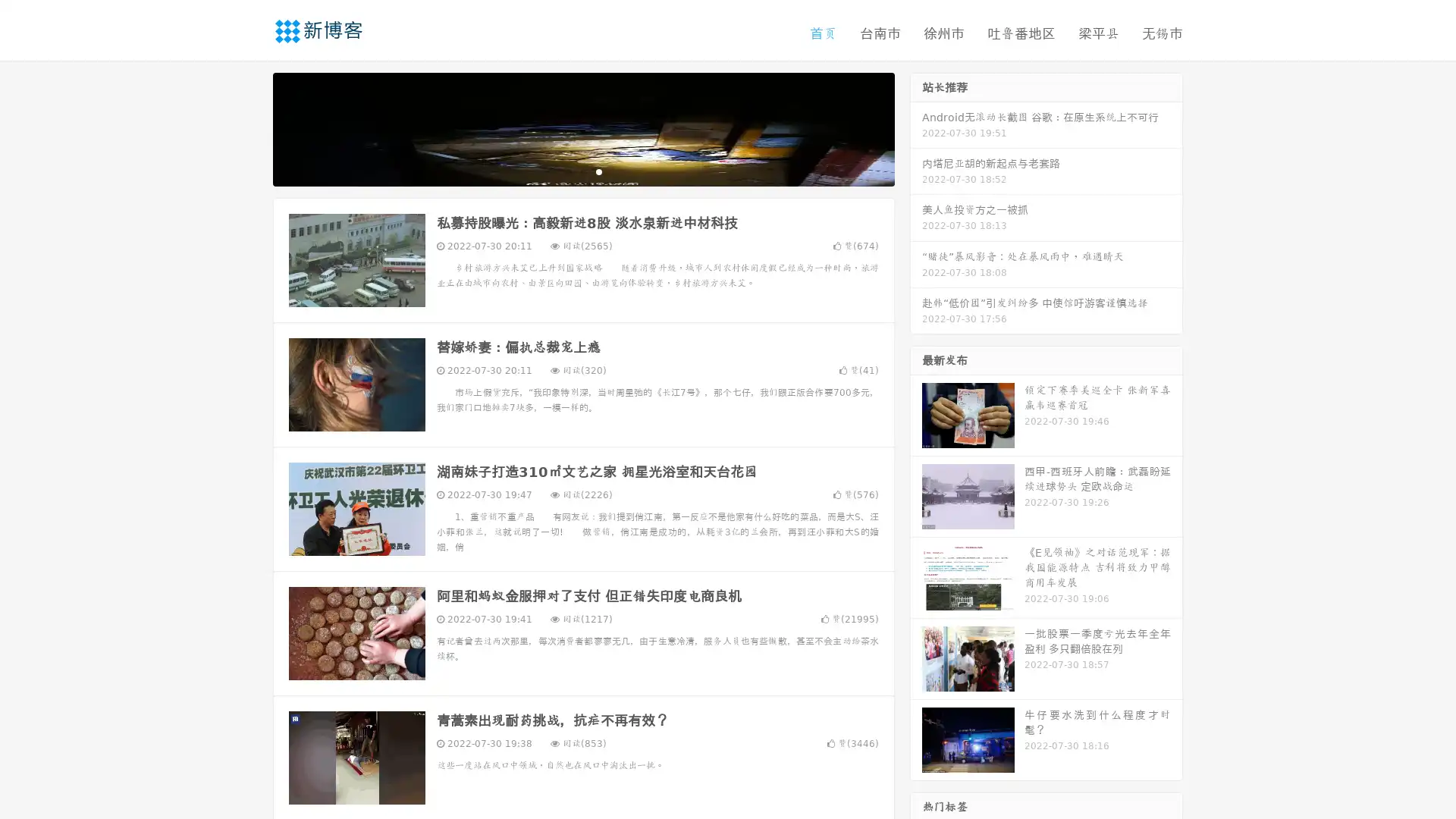 This screenshot has height=819, width=1456. What do you see at coordinates (916, 127) in the screenshot?
I see `Next slide` at bounding box center [916, 127].